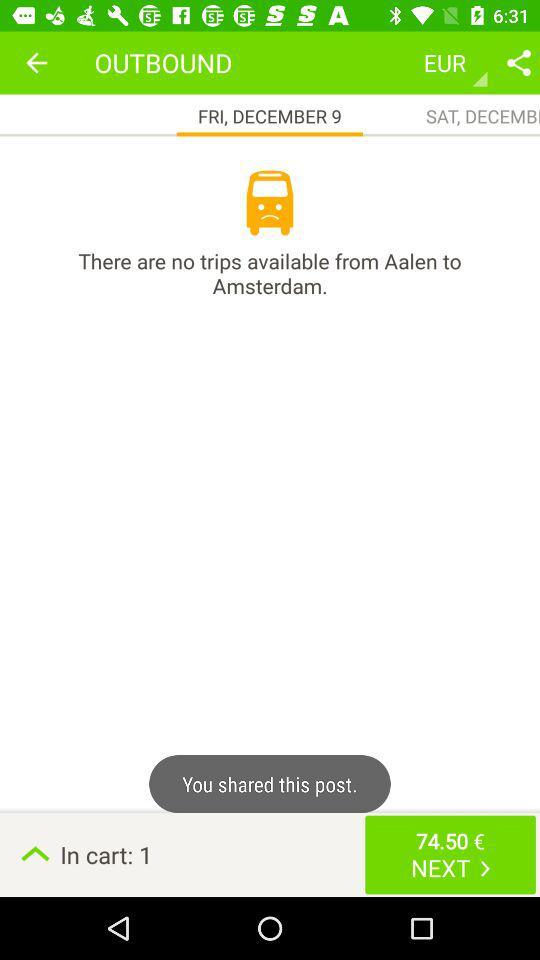 Image resolution: width=540 pixels, height=960 pixels. Describe the element at coordinates (518, 62) in the screenshot. I see `share` at that location.